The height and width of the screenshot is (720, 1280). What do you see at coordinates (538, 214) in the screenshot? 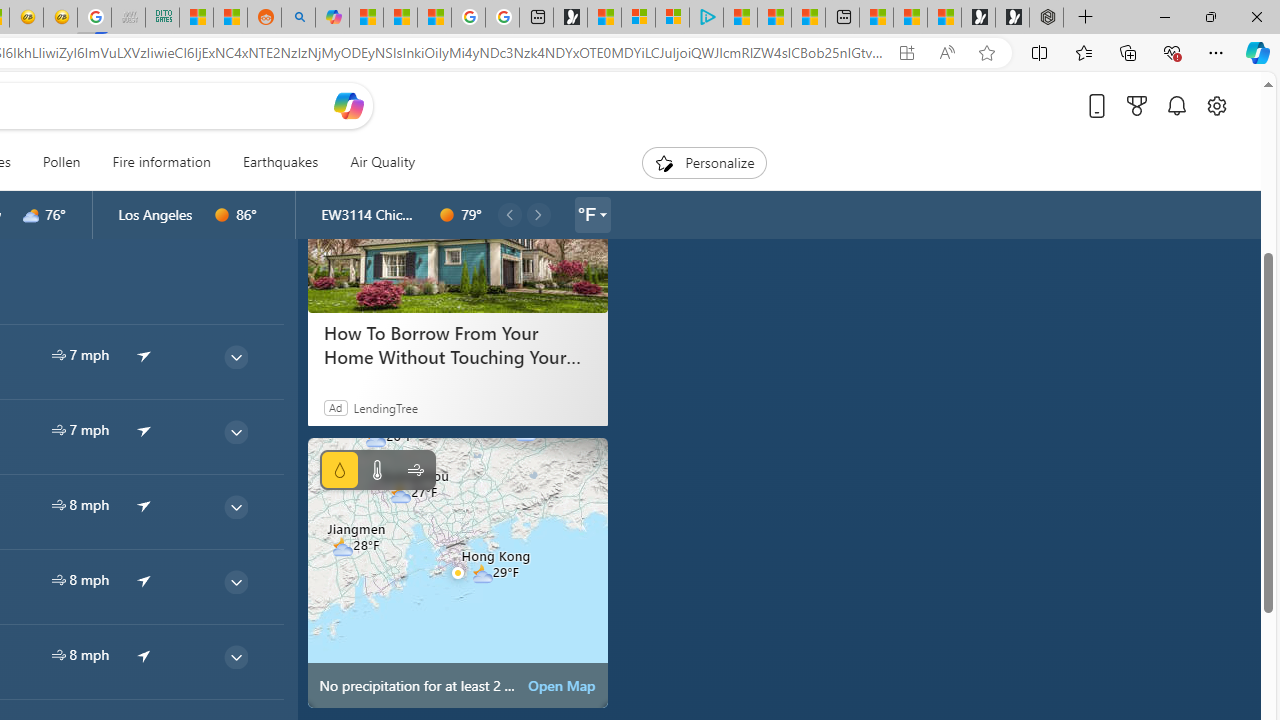
I see `'common/carouselChevron'` at bounding box center [538, 214].